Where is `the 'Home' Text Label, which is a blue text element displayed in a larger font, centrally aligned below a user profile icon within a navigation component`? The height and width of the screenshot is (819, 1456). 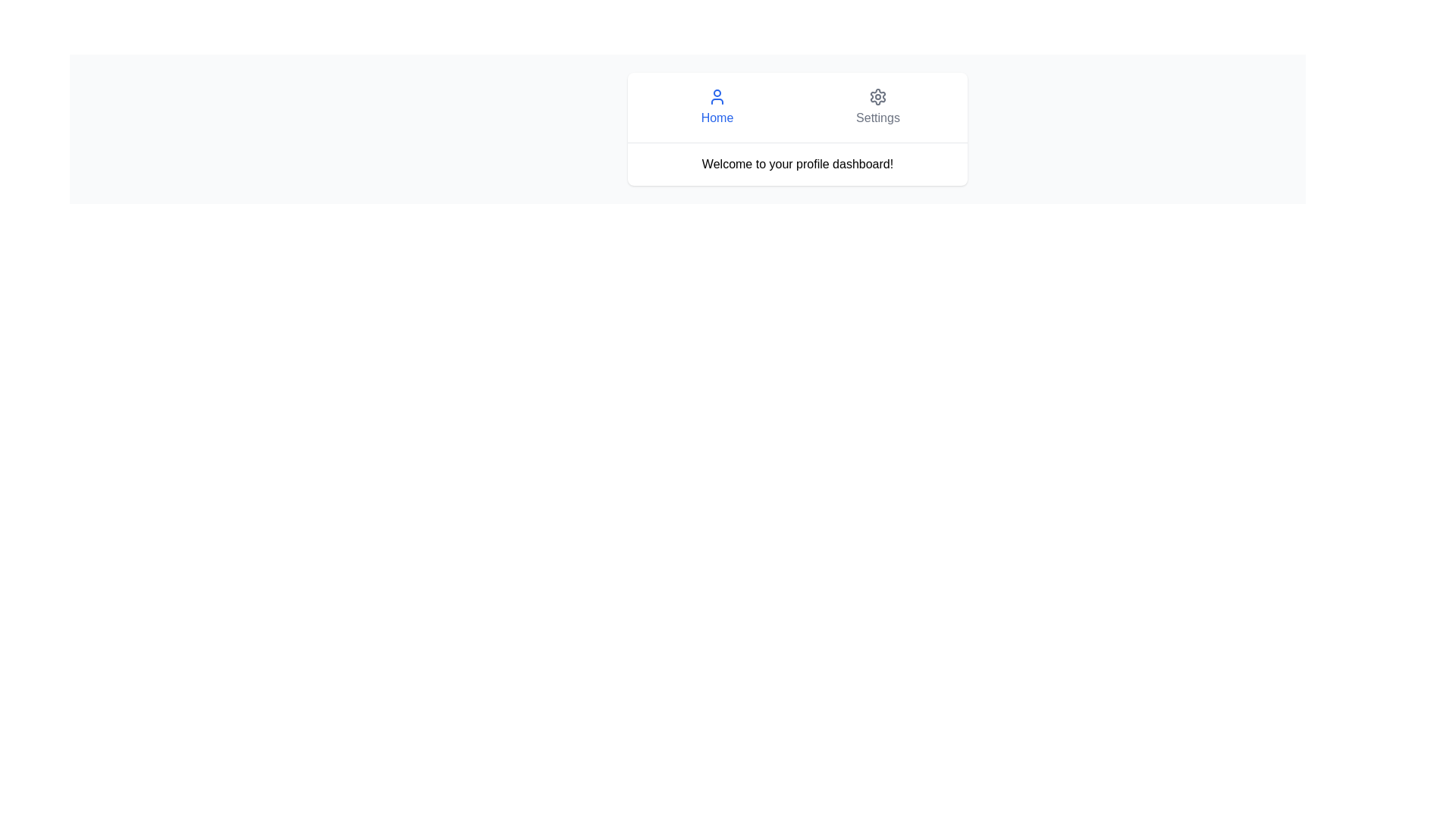 the 'Home' Text Label, which is a blue text element displayed in a larger font, centrally aligned below a user profile icon within a navigation component is located at coordinates (716, 117).